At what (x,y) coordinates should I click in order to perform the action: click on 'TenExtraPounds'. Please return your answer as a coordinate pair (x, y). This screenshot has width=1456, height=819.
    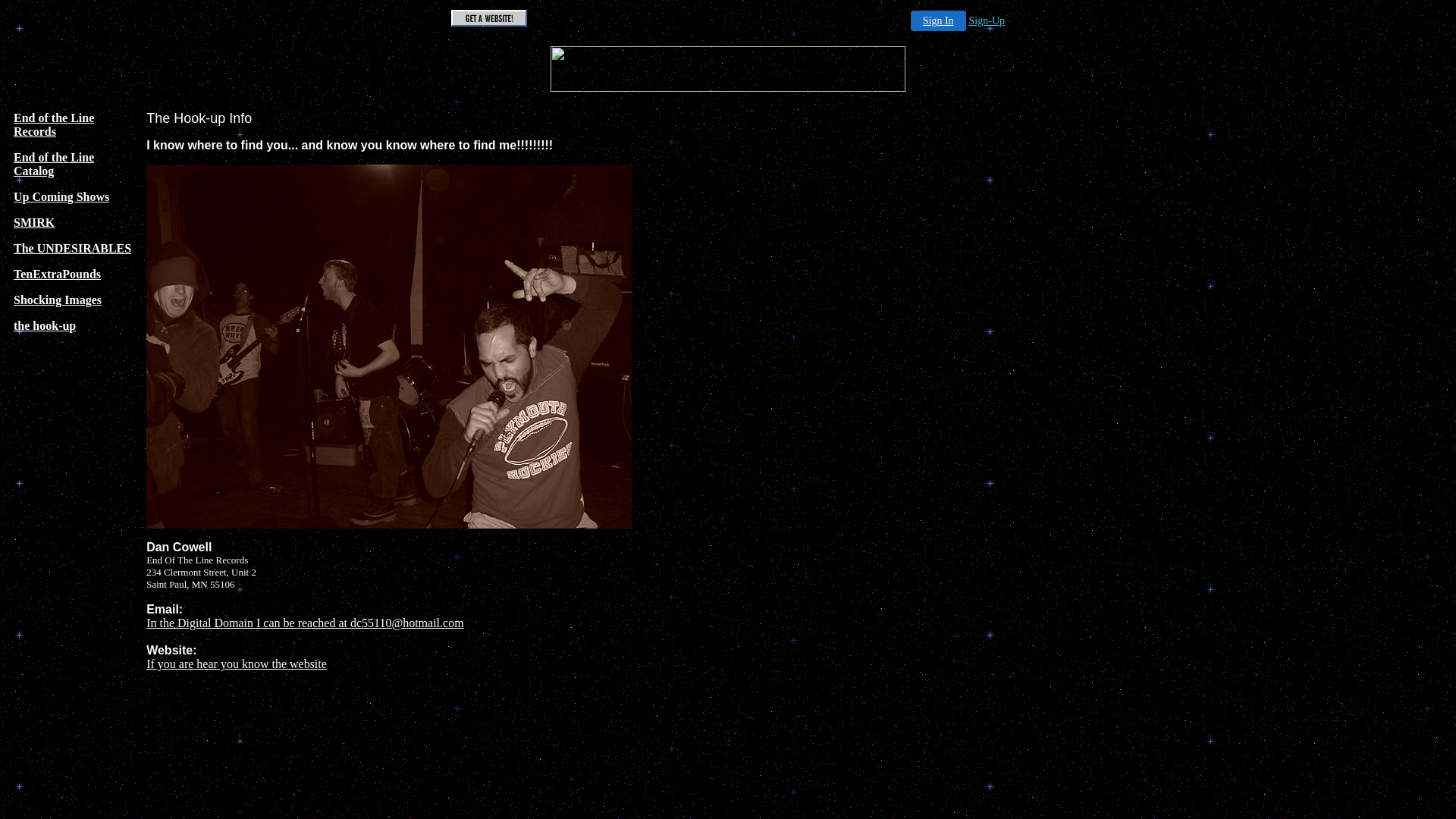
    Looking at the image, I should click on (57, 274).